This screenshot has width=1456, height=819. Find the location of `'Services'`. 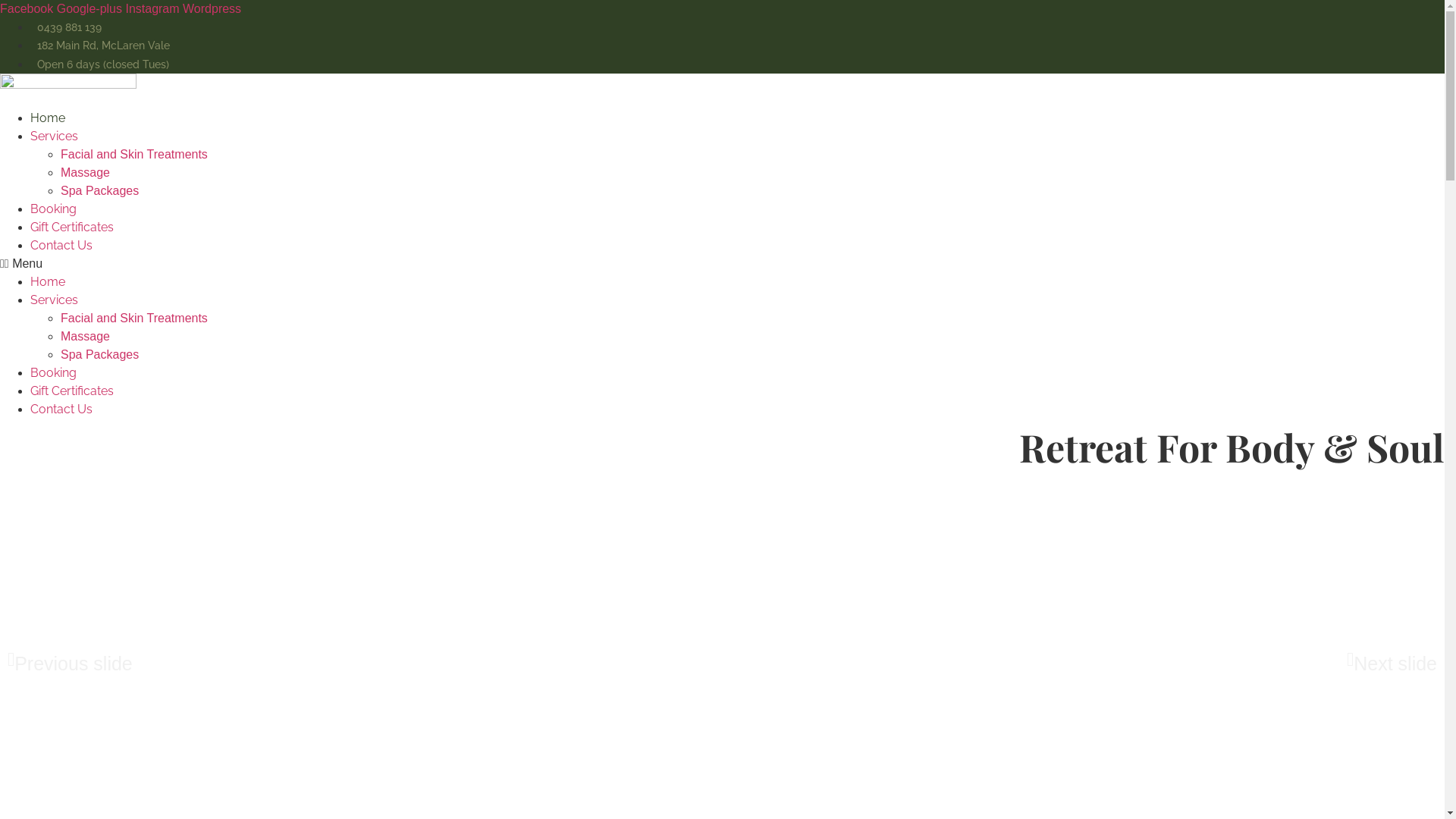

'Services' is located at coordinates (54, 300).